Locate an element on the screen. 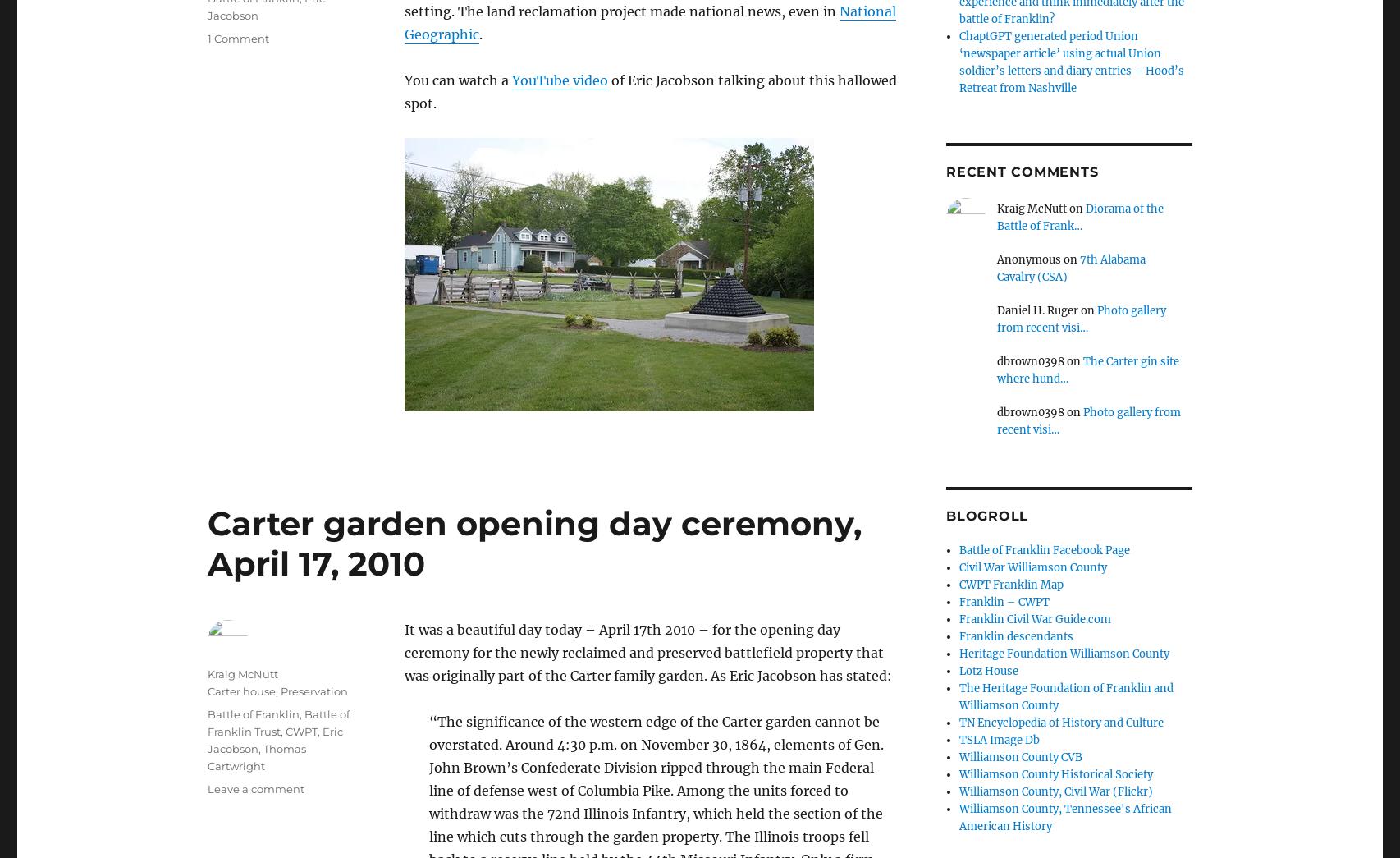 This screenshot has height=858, width=1400. 'CWPT Franklin Map' is located at coordinates (1011, 584).